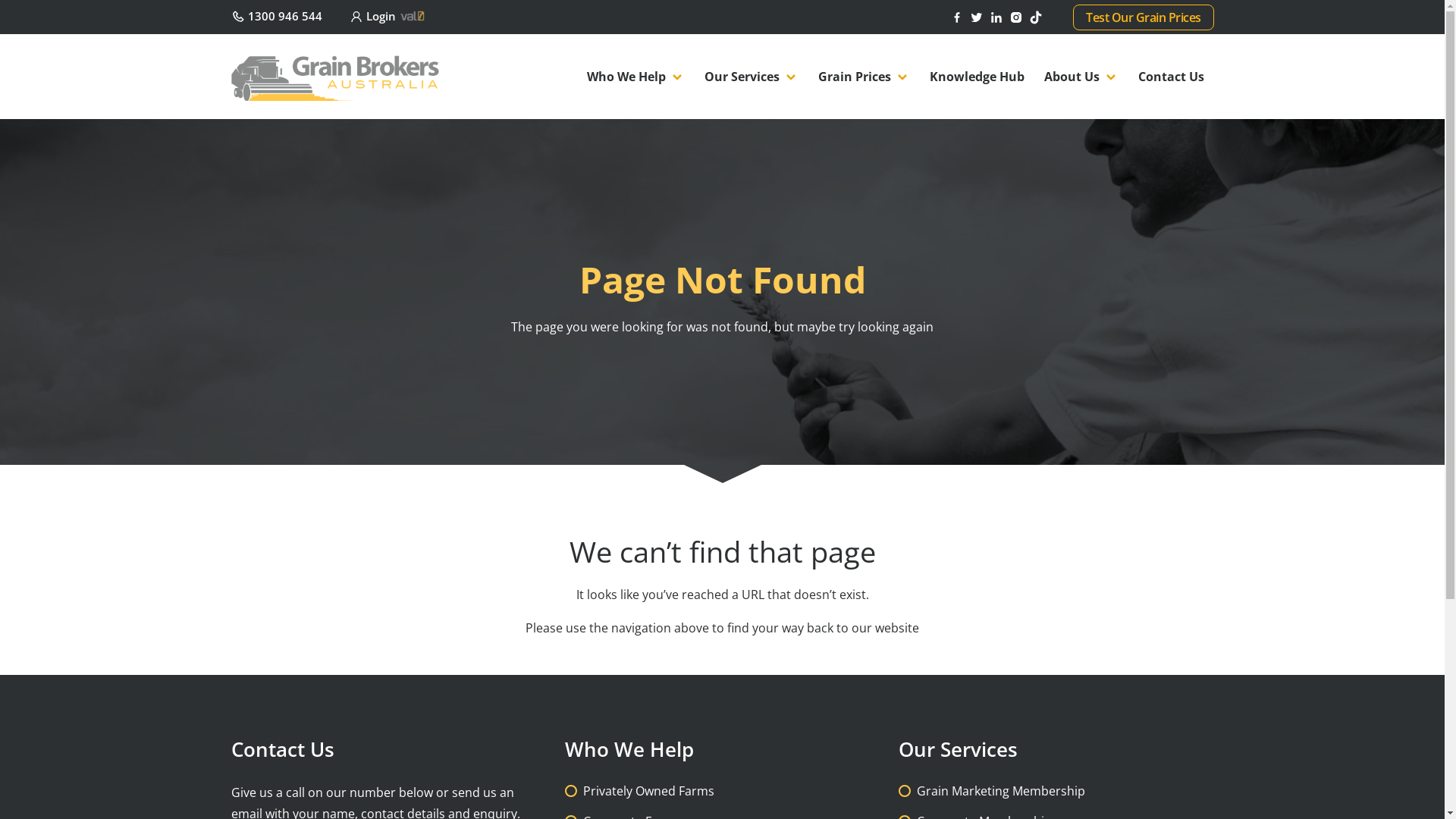  I want to click on 'About Us', so click(1080, 76).